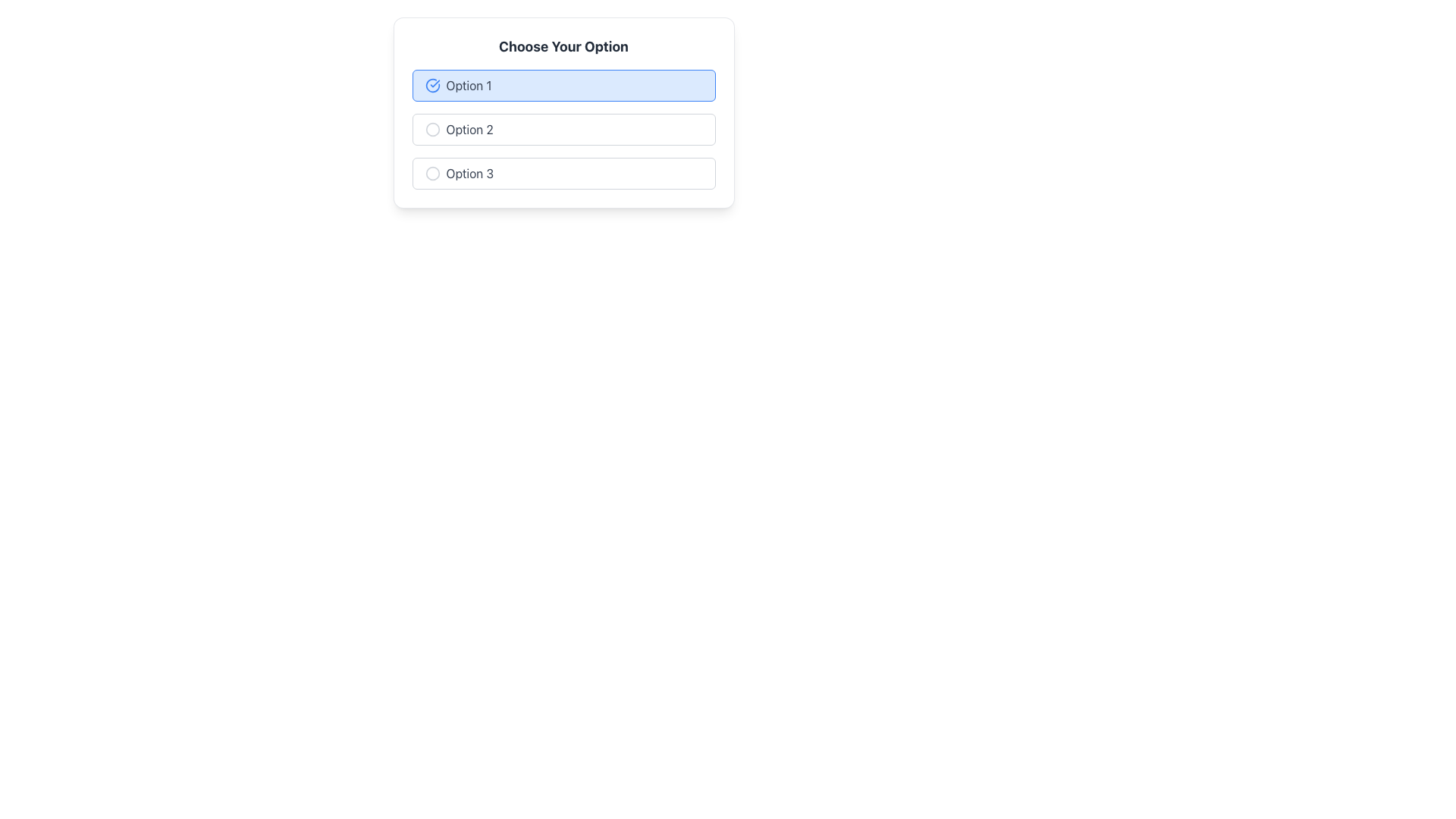  What do you see at coordinates (468, 85) in the screenshot?
I see `the static label displaying 'Option 1', which is located in the first option row of a selectable list in the blue-highlighted area` at bounding box center [468, 85].